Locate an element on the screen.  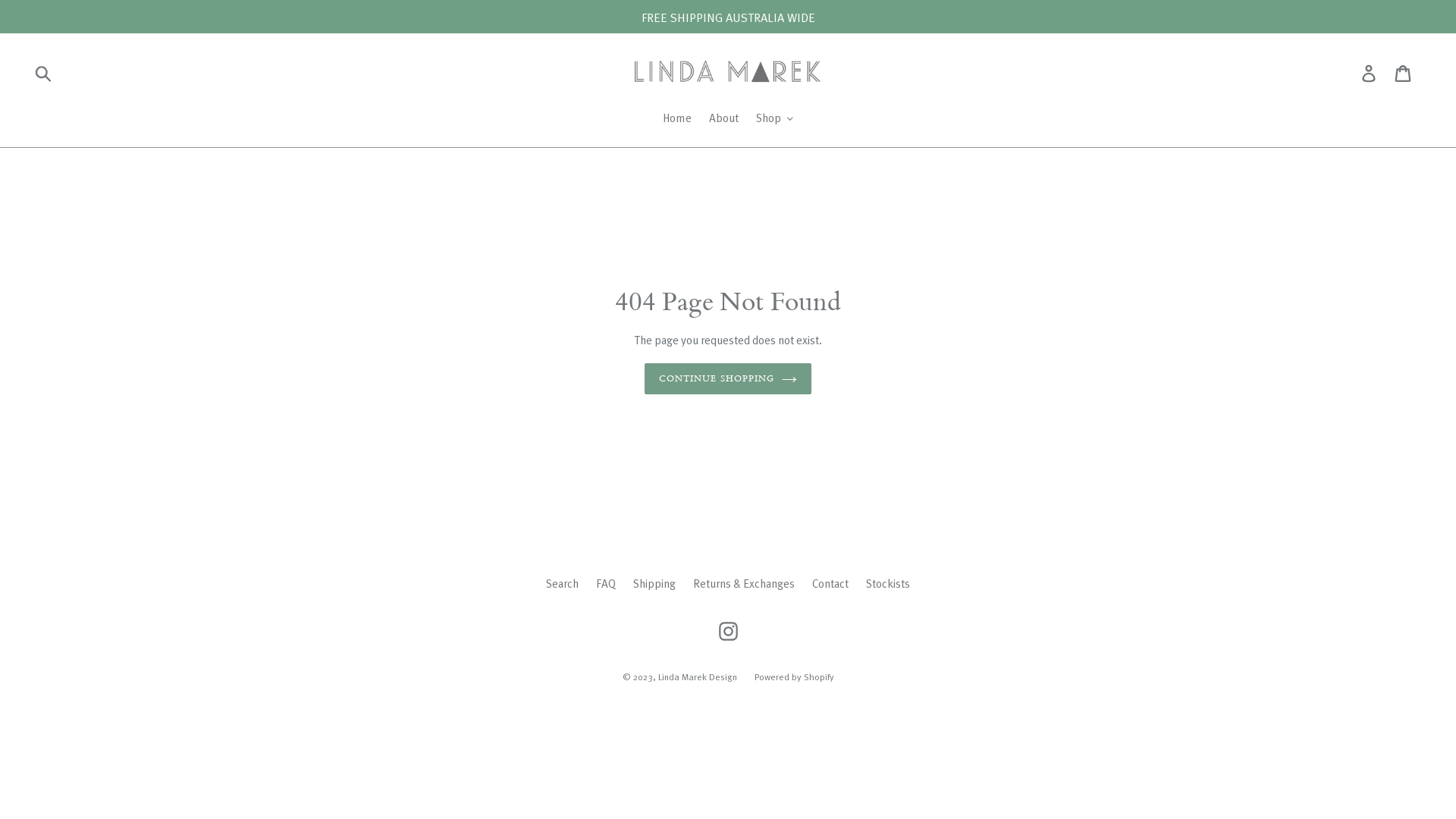
'Submit' is located at coordinates (44, 73).